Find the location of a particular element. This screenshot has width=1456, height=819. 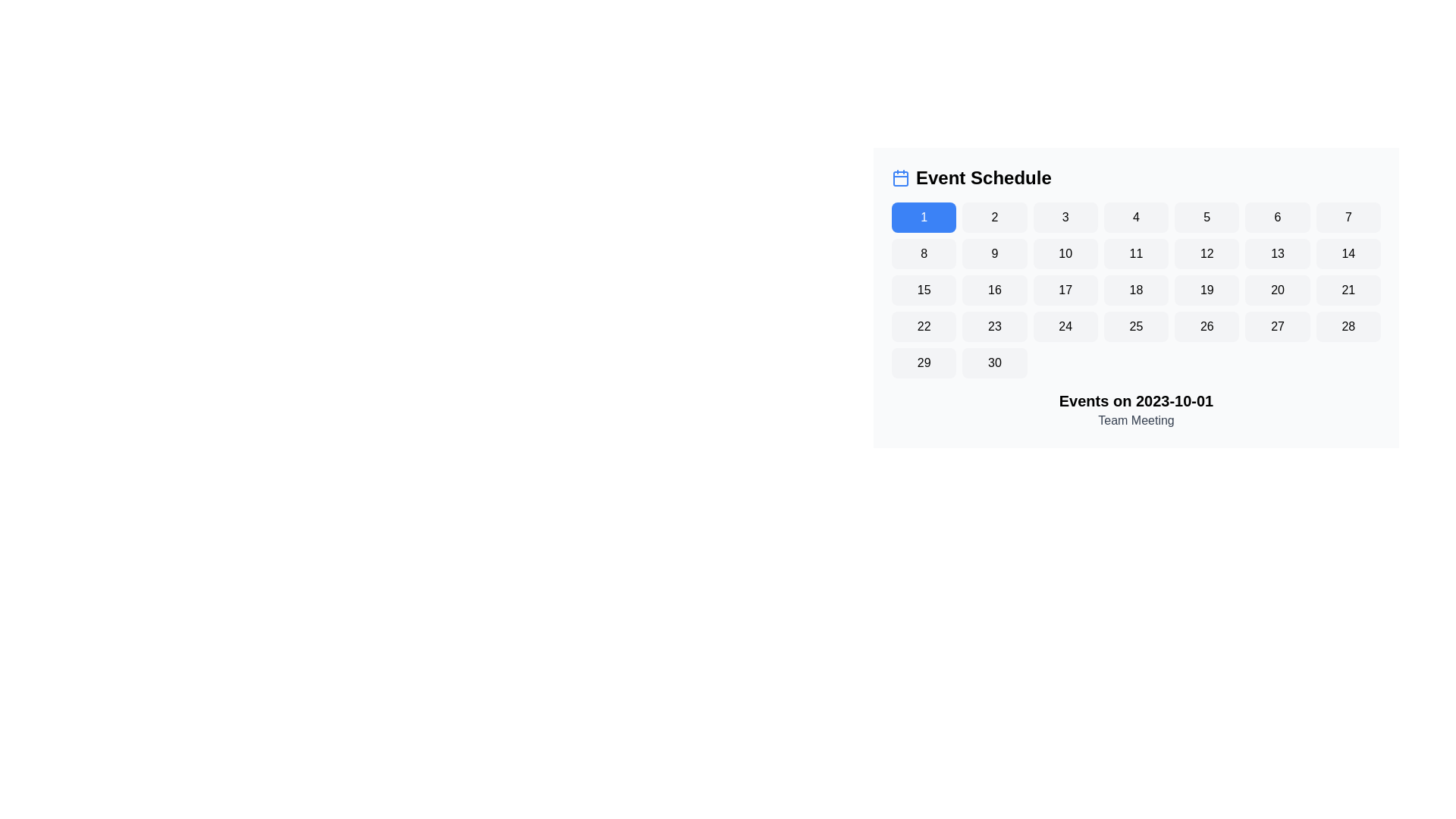

the clickable calendar date box displaying '26' is located at coordinates (1206, 326).